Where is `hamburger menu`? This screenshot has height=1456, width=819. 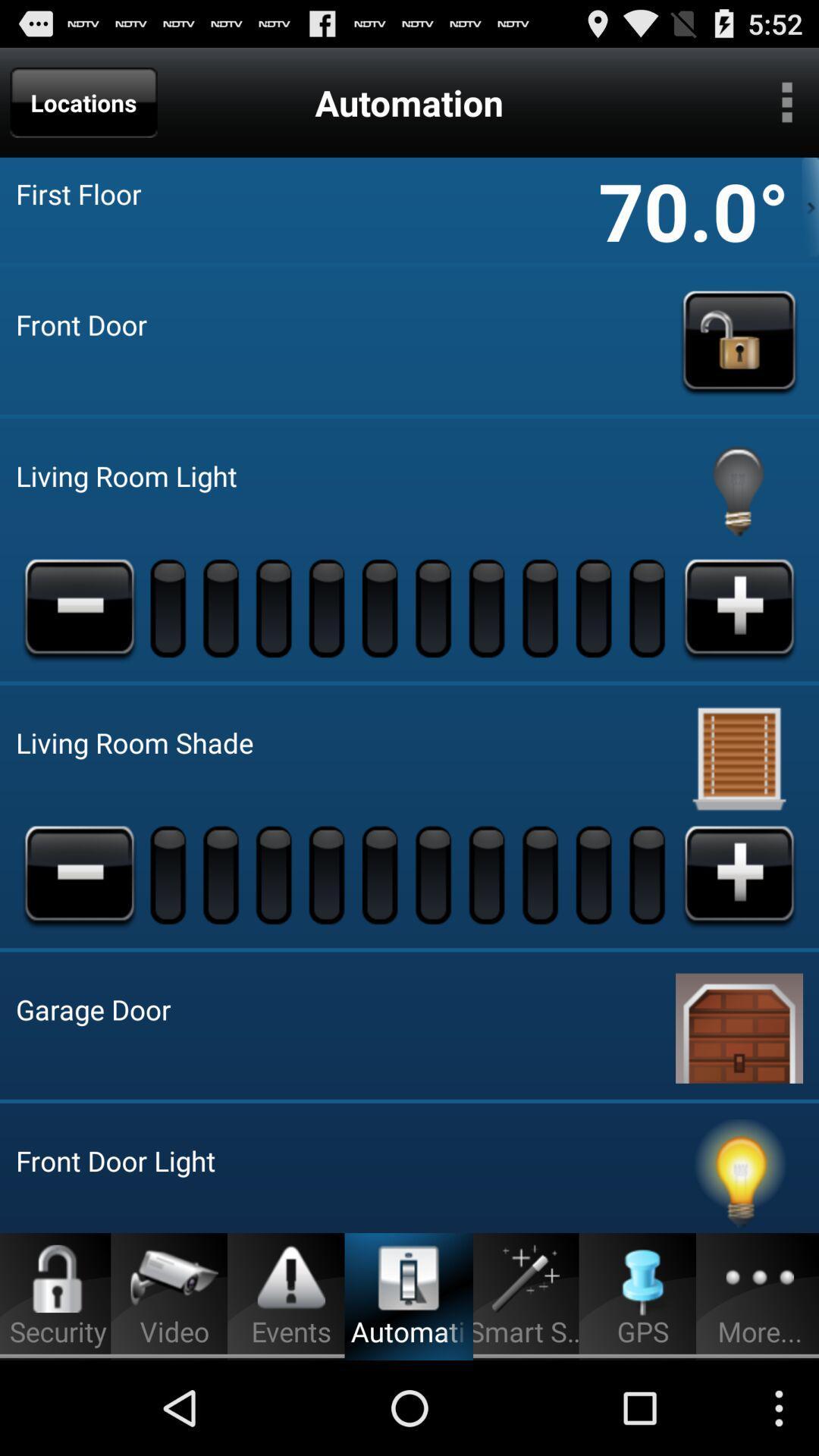 hamburger menu is located at coordinates (786, 101).